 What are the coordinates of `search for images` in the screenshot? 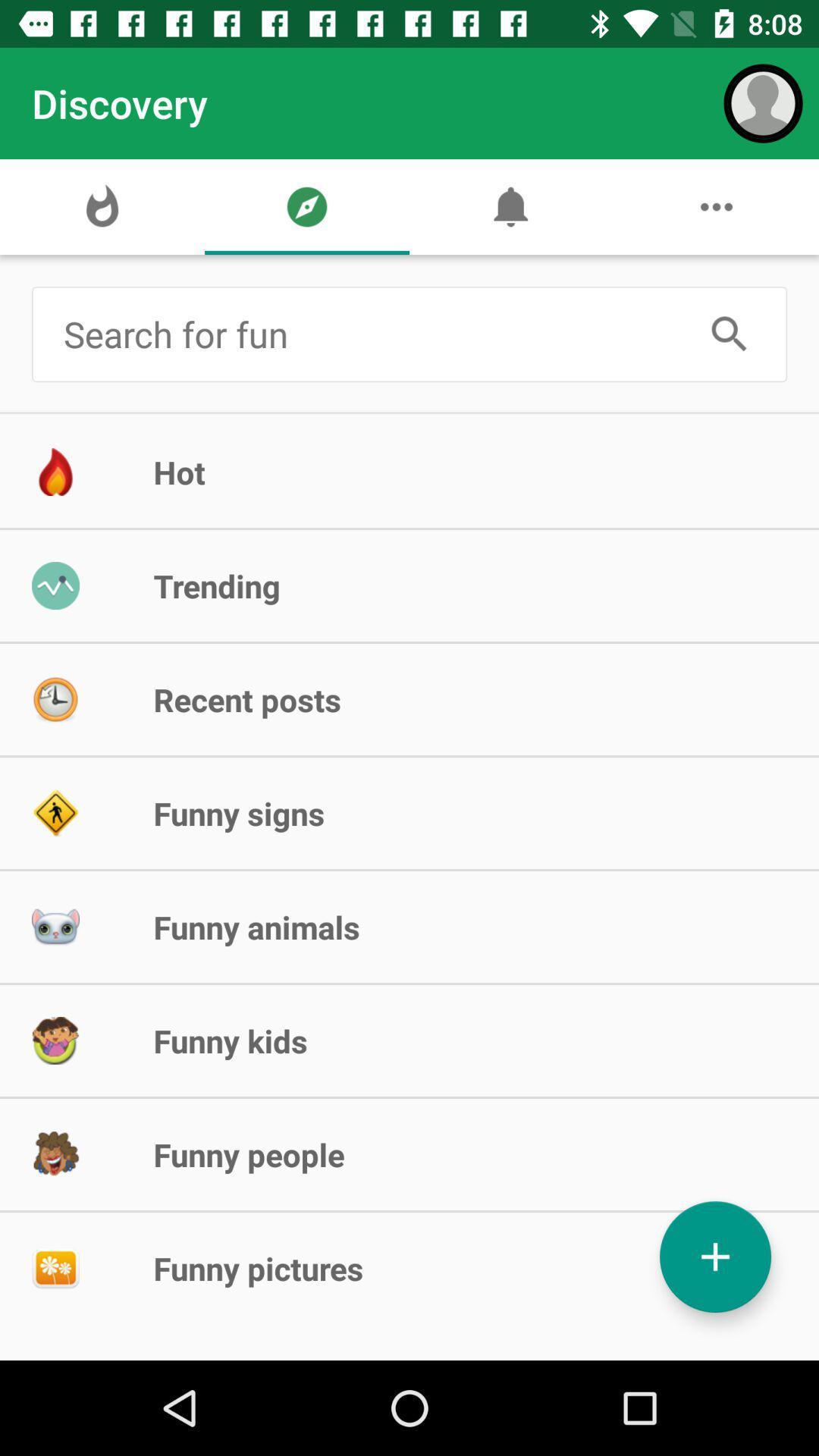 It's located at (372, 333).